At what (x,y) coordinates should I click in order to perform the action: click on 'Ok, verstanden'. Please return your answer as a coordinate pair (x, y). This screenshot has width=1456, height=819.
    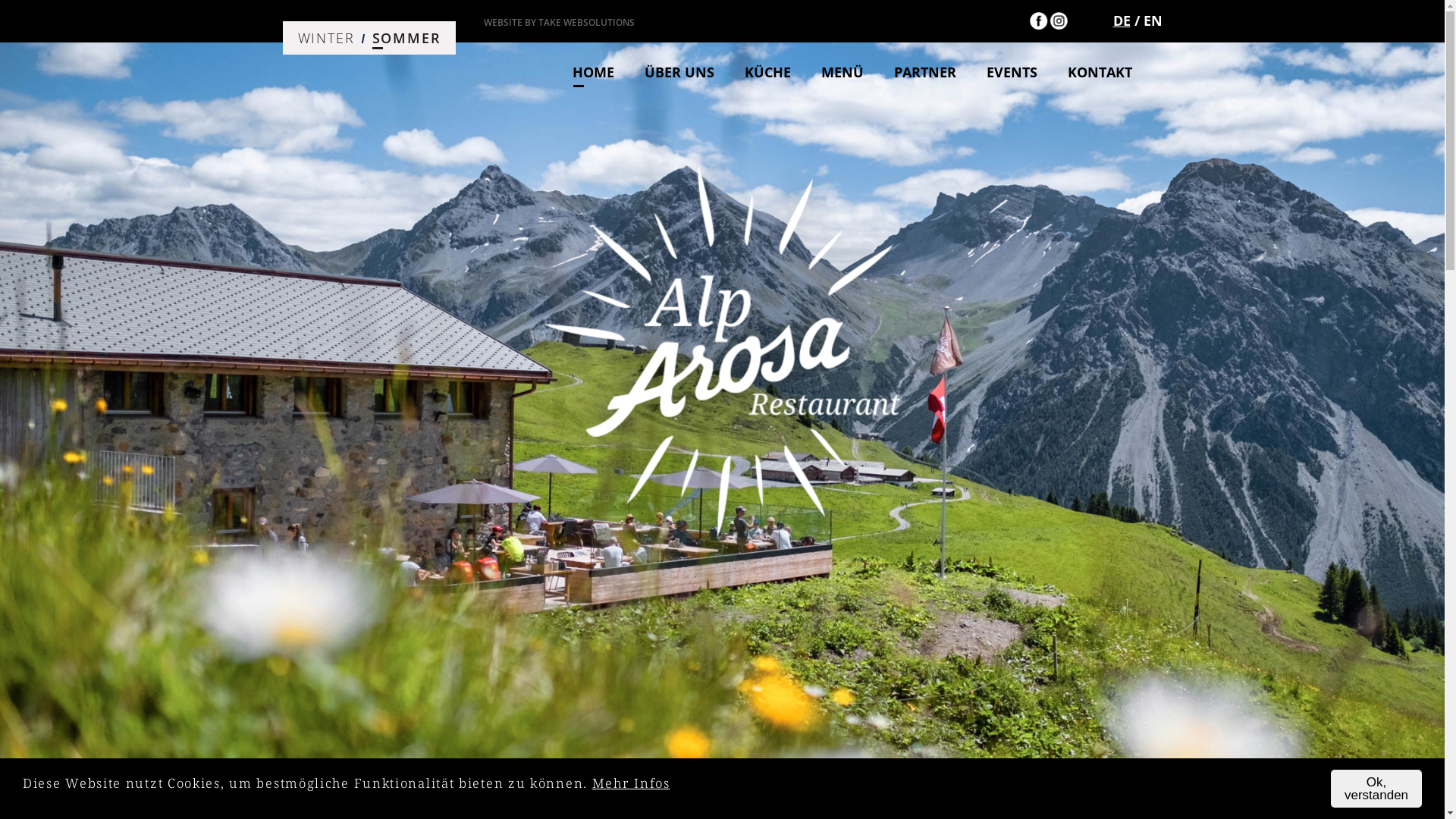
    Looking at the image, I should click on (1376, 788).